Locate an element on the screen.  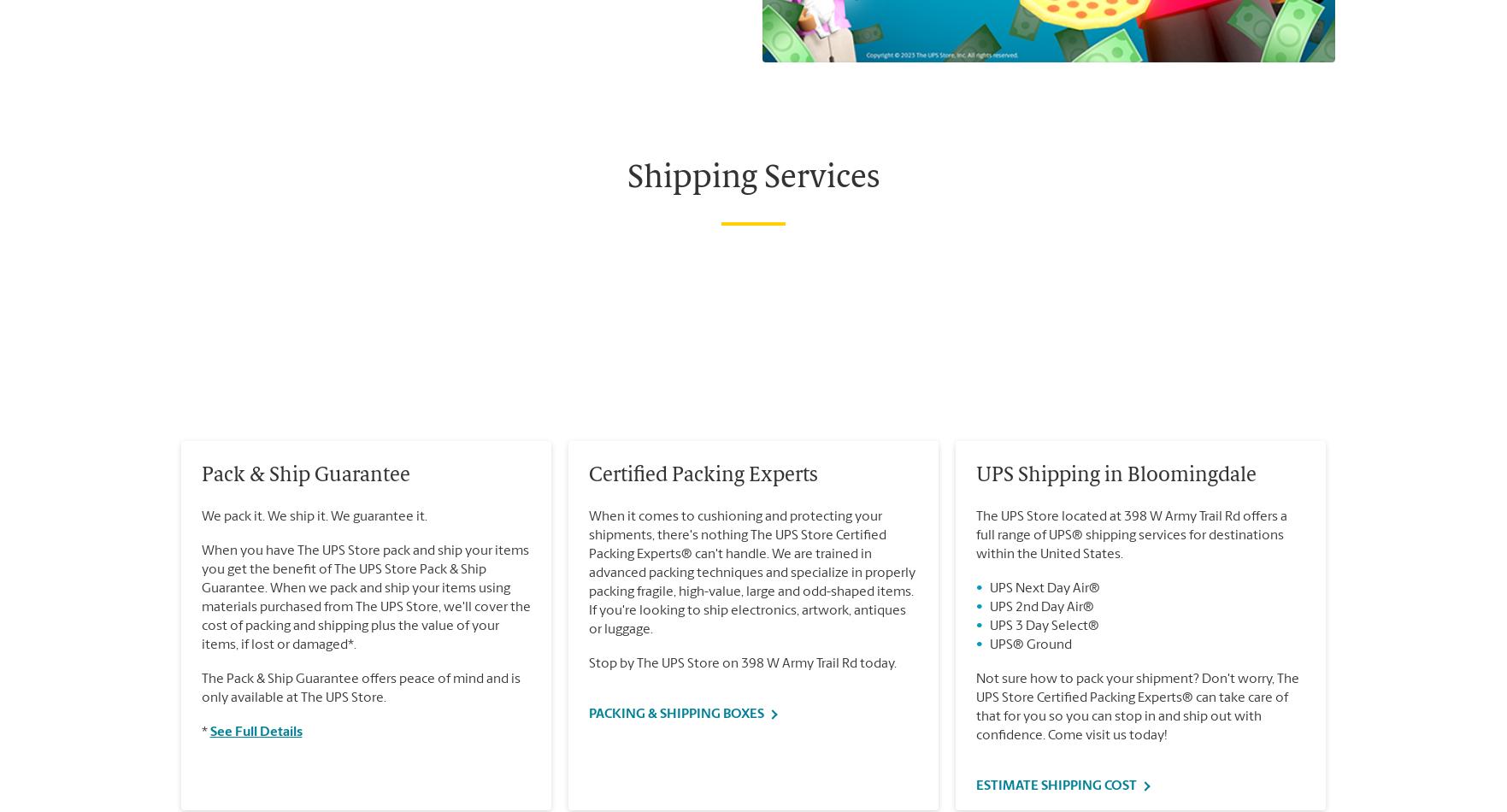
'The UPS Store' is located at coordinates (203, 149).